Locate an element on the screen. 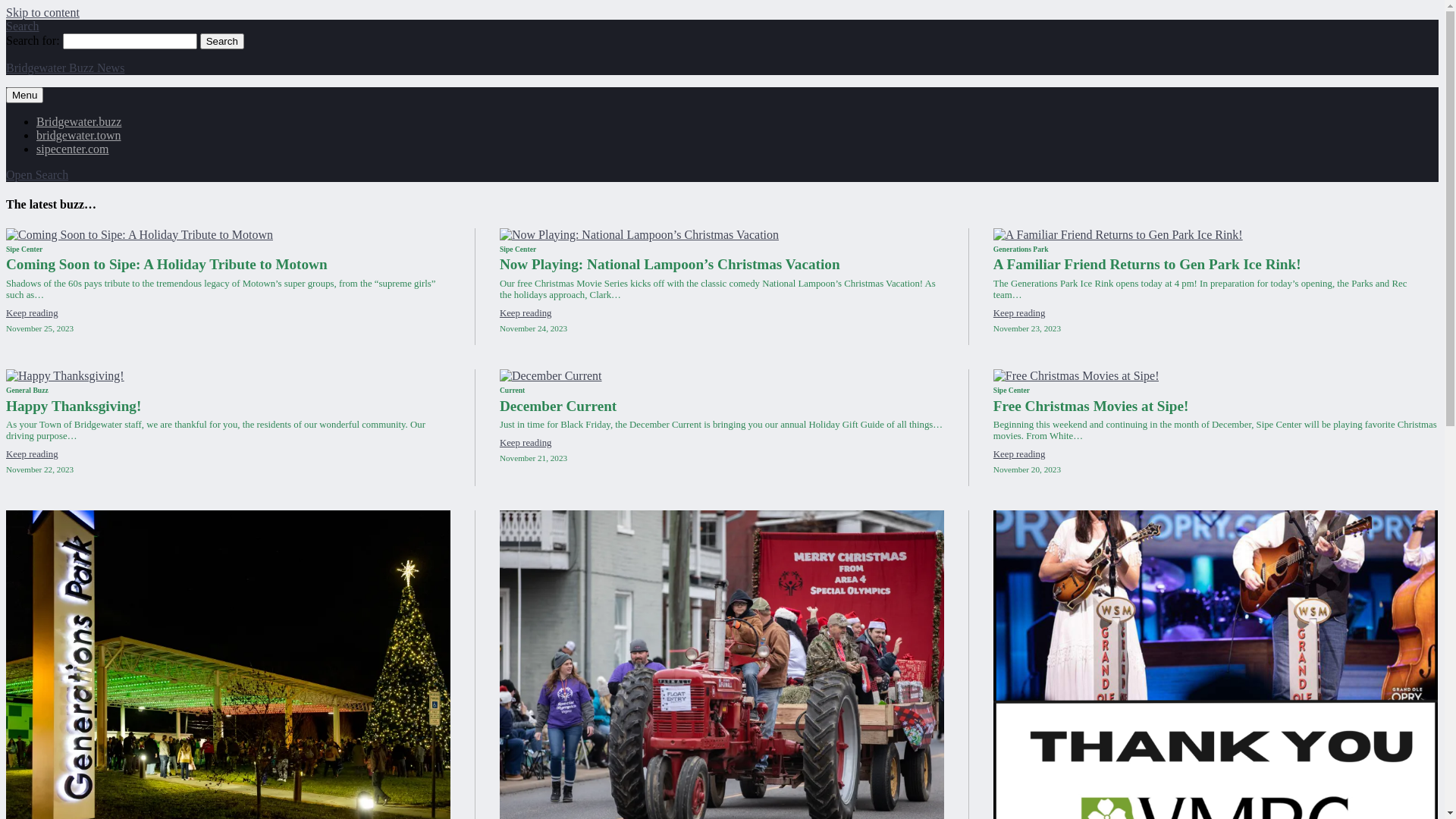 This screenshot has height=819, width=1456. 'Bridgewater Buzz News' is located at coordinates (64, 67).